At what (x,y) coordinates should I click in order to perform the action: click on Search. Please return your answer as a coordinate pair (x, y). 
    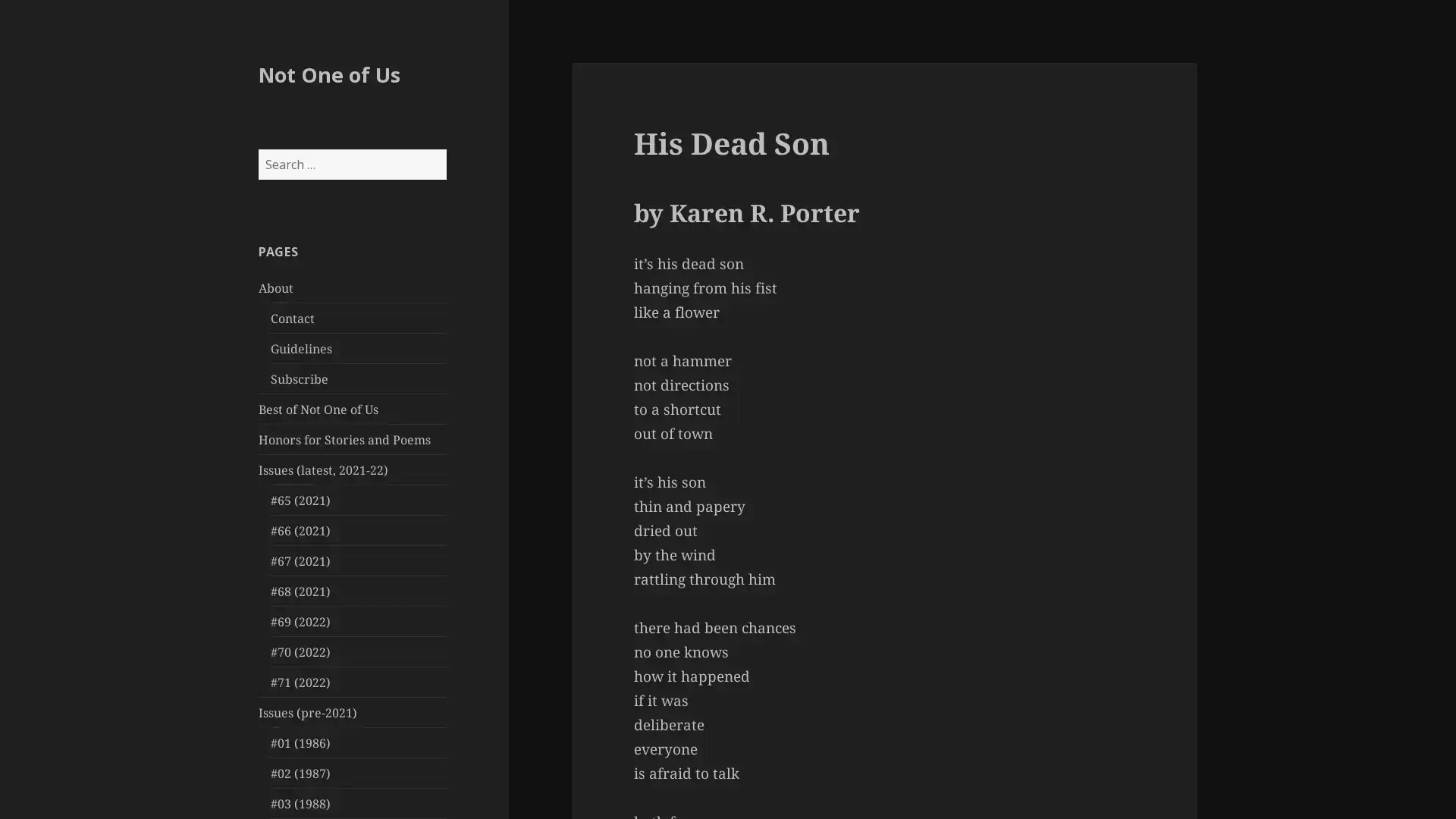
    Looking at the image, I should click on (444, 149).